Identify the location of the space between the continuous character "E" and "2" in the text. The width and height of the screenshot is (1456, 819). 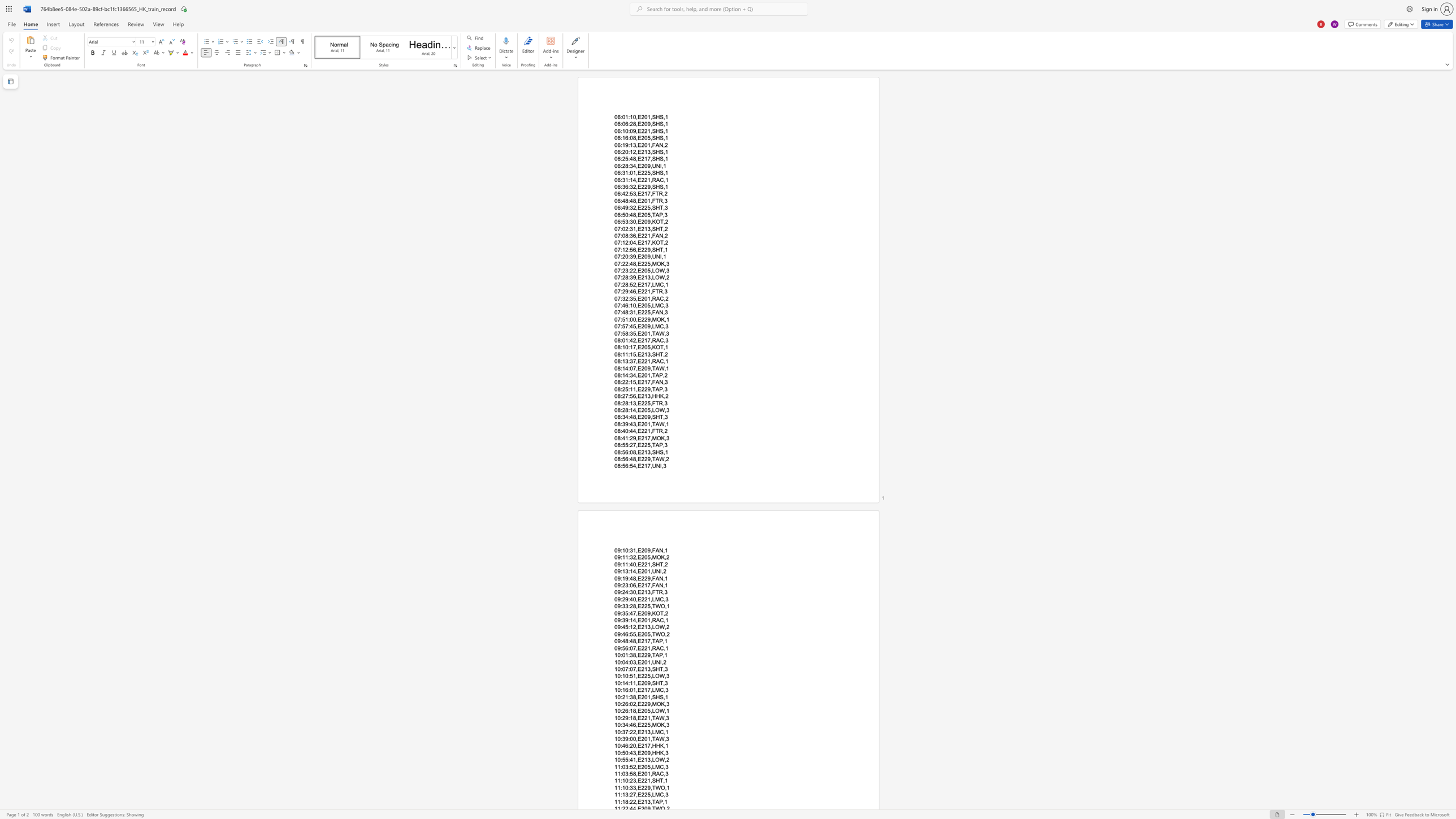
(640, 634).